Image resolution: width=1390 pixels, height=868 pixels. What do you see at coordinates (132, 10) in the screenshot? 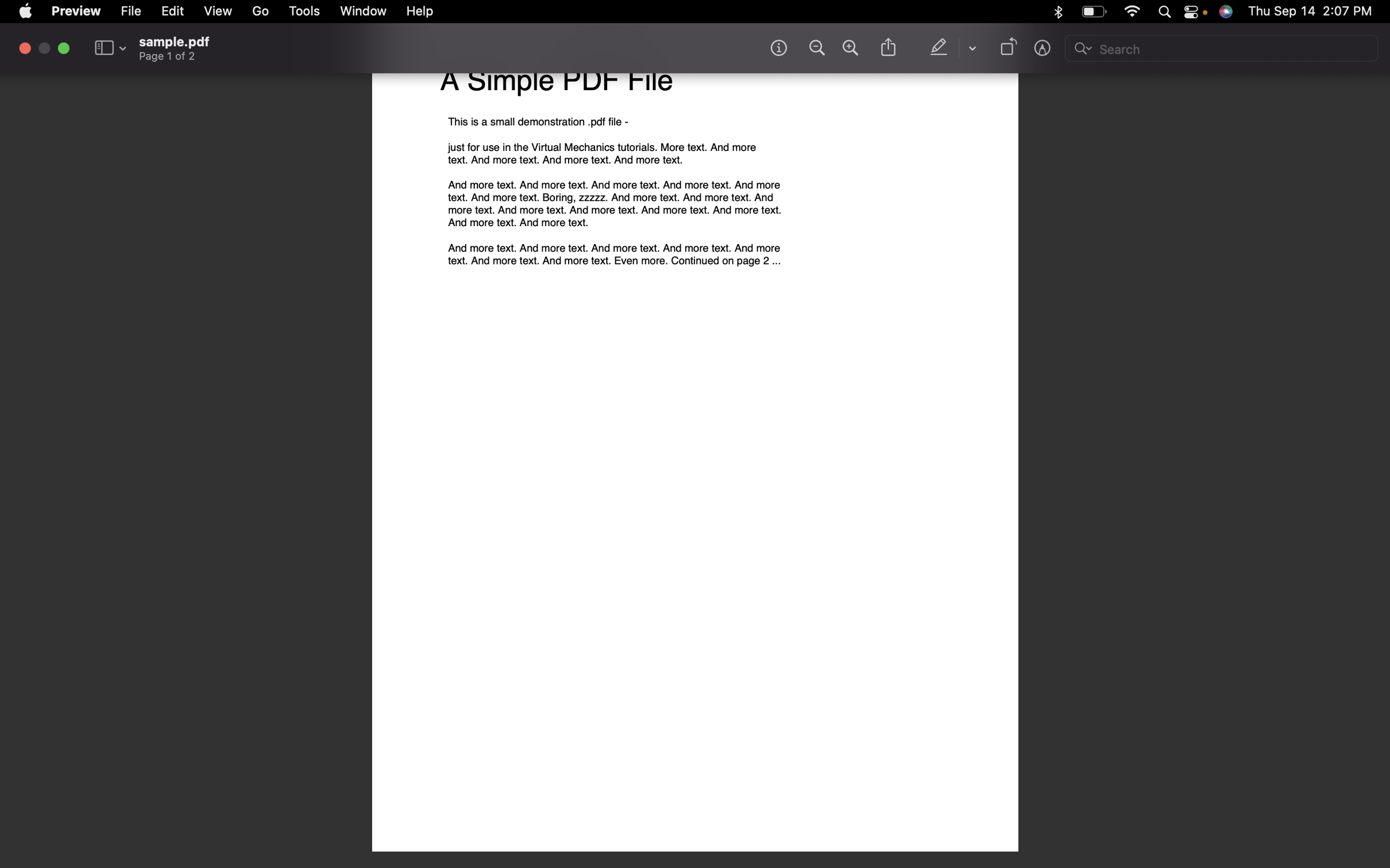
I see `a new file` at bounding box center [132, 10].